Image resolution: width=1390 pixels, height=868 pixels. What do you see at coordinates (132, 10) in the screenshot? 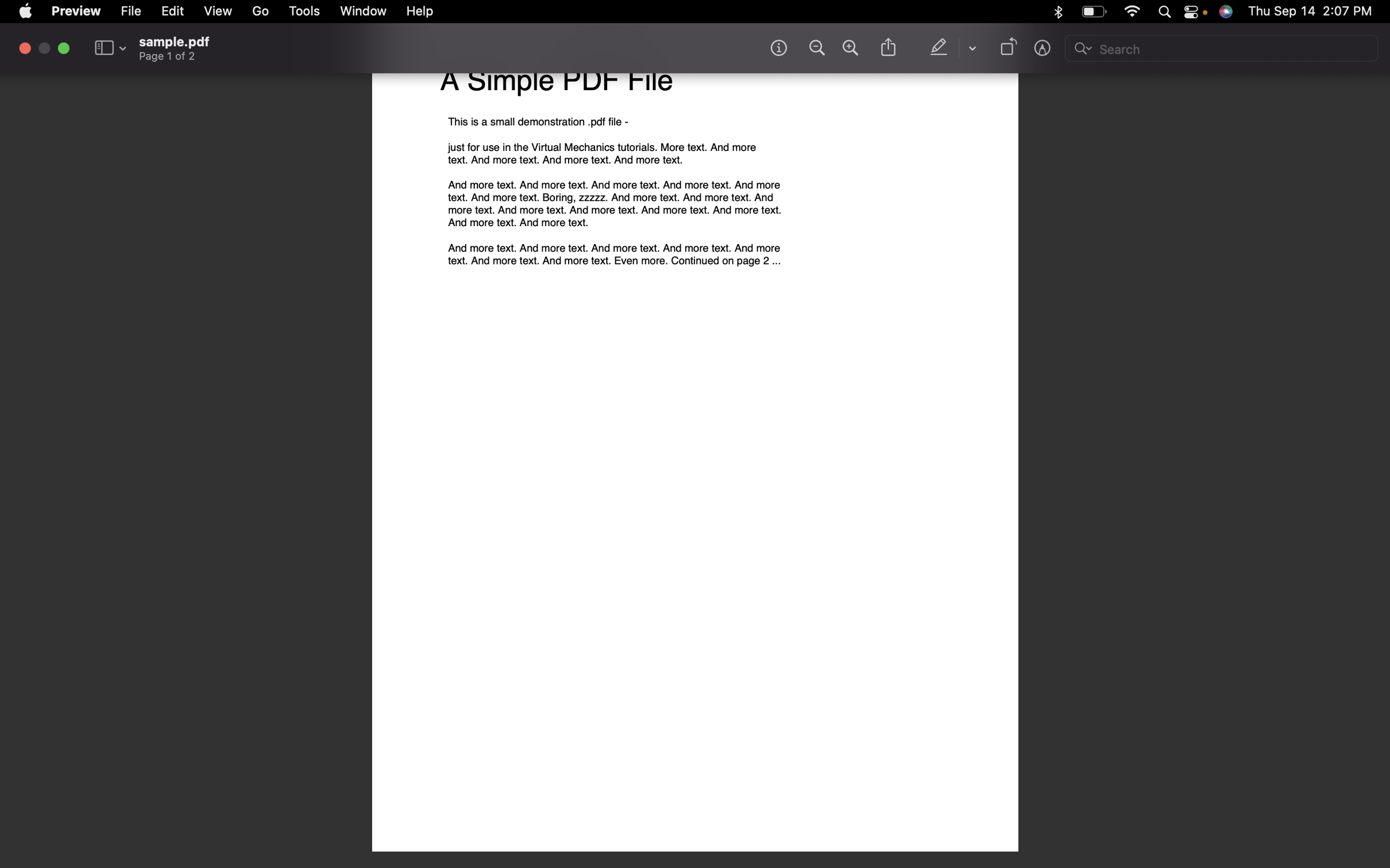
I see `a new file` at bounding box center [132, 10].